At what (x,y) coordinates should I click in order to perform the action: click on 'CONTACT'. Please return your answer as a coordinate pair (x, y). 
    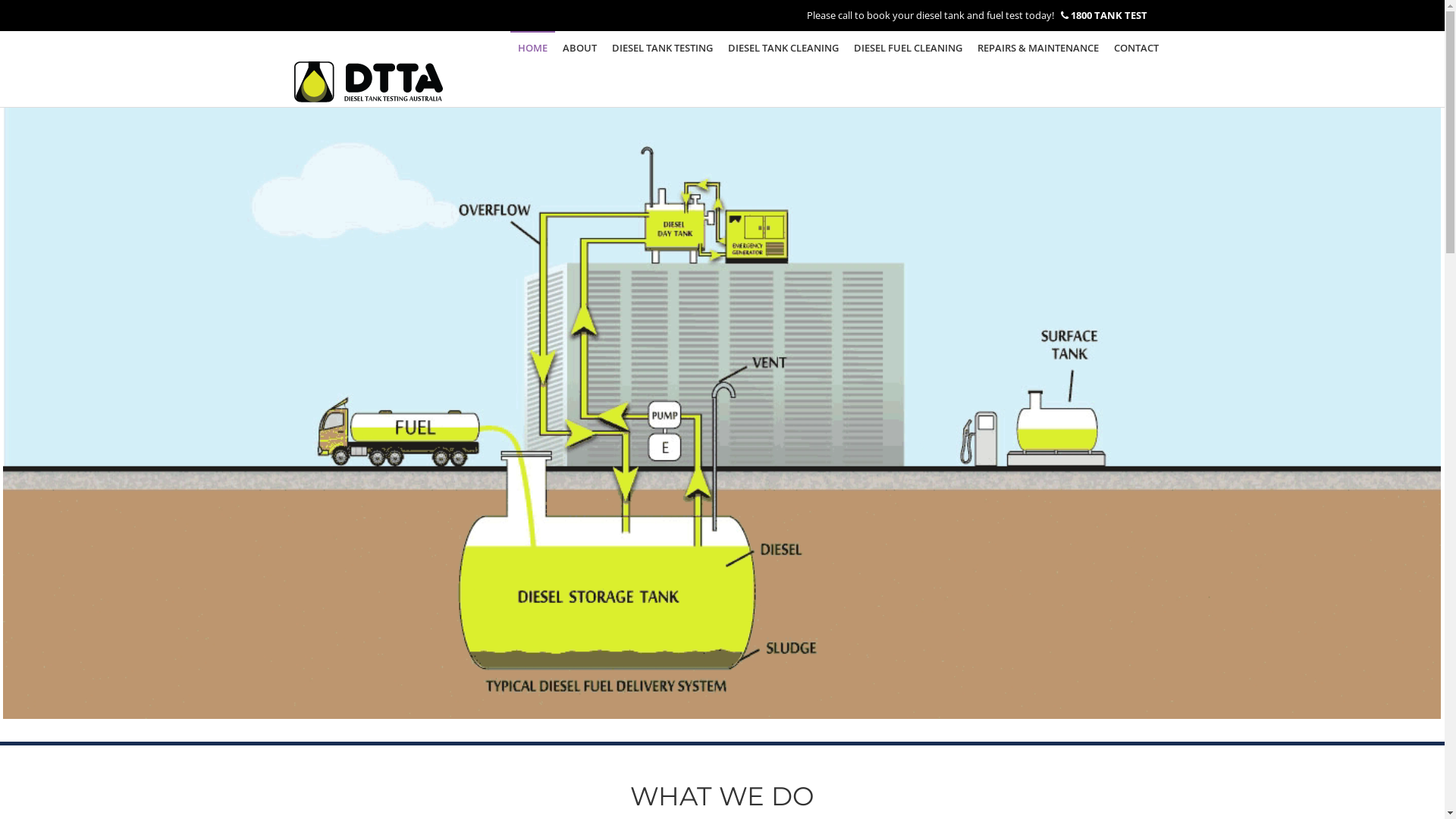
    Looking at the image, I should click on (1135, 46).